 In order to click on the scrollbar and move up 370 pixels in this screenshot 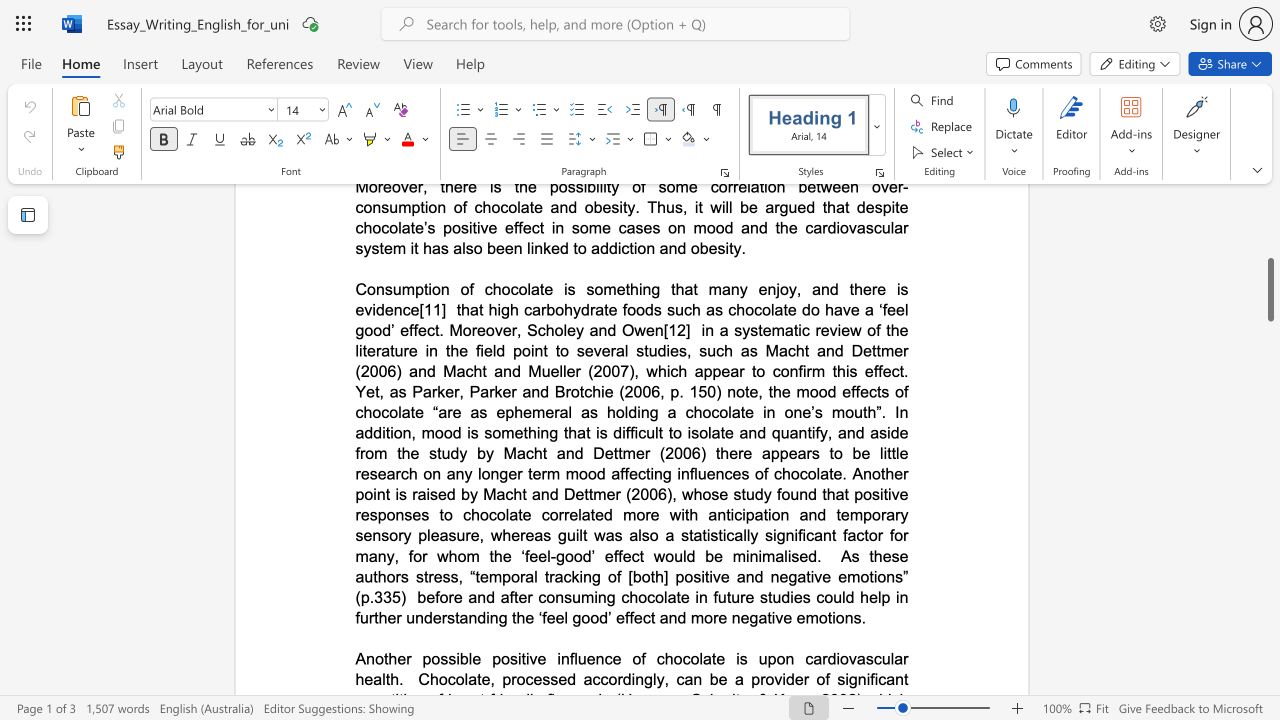, I will do `click(1269, 341)`.